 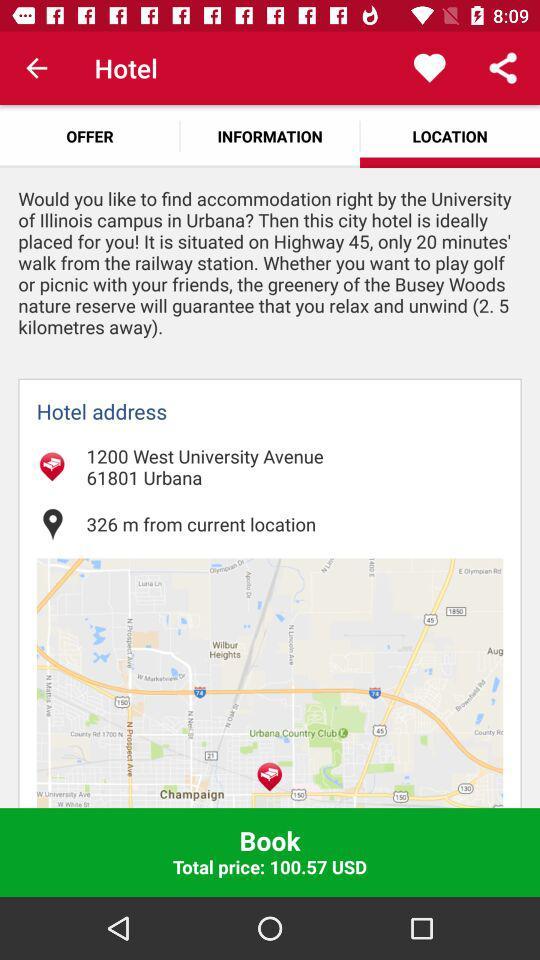 What do you see at coordinates (270, 135) in the screenshot?
I see `information item` at bounding box center [270, 135].